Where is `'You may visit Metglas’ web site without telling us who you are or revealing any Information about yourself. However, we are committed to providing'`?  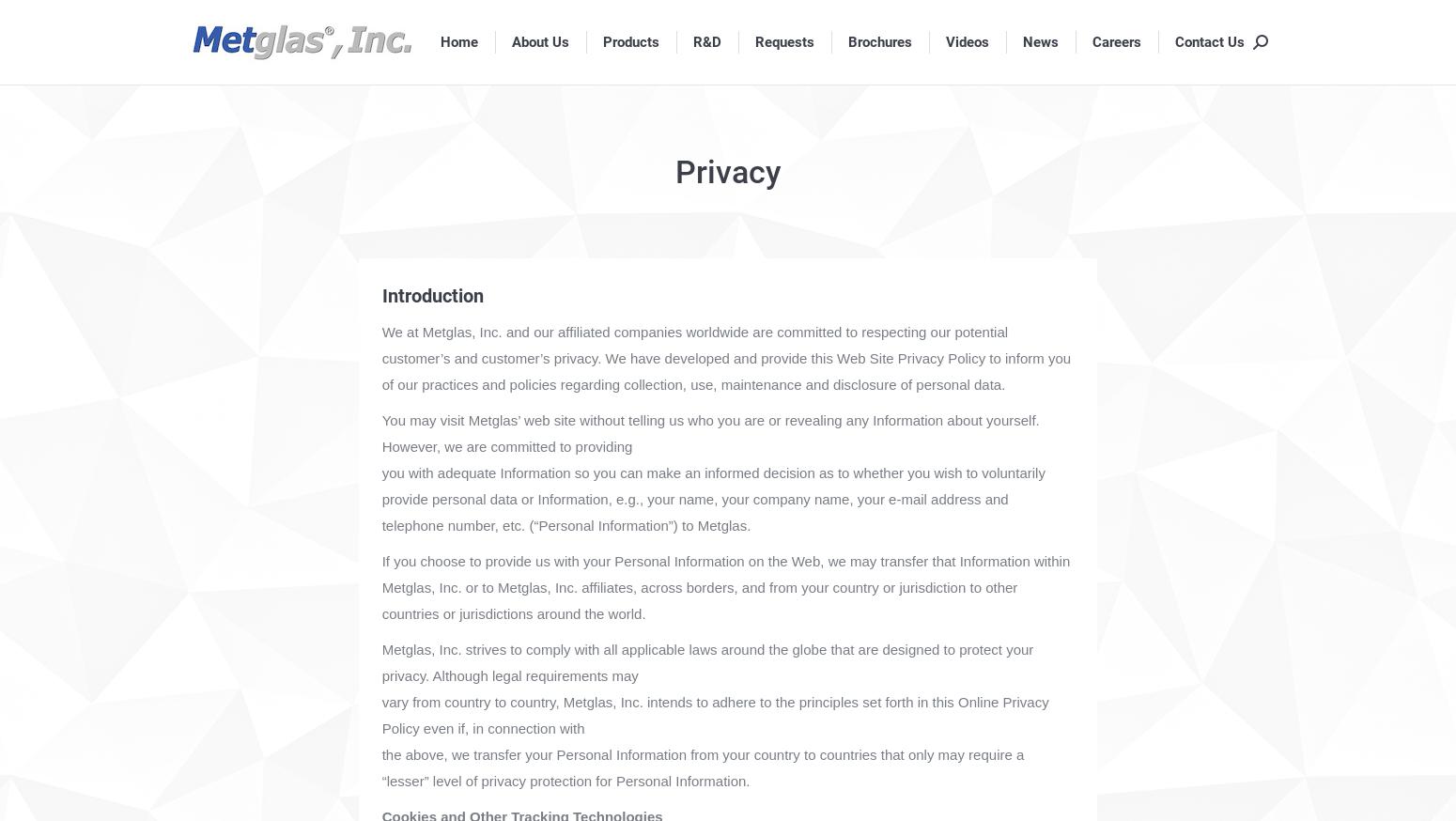
'You may visit Metglas’ web site without telling us who you are or revealing any Information about yourself. However, we are committed to providing' is located at coordinates (709, 432).